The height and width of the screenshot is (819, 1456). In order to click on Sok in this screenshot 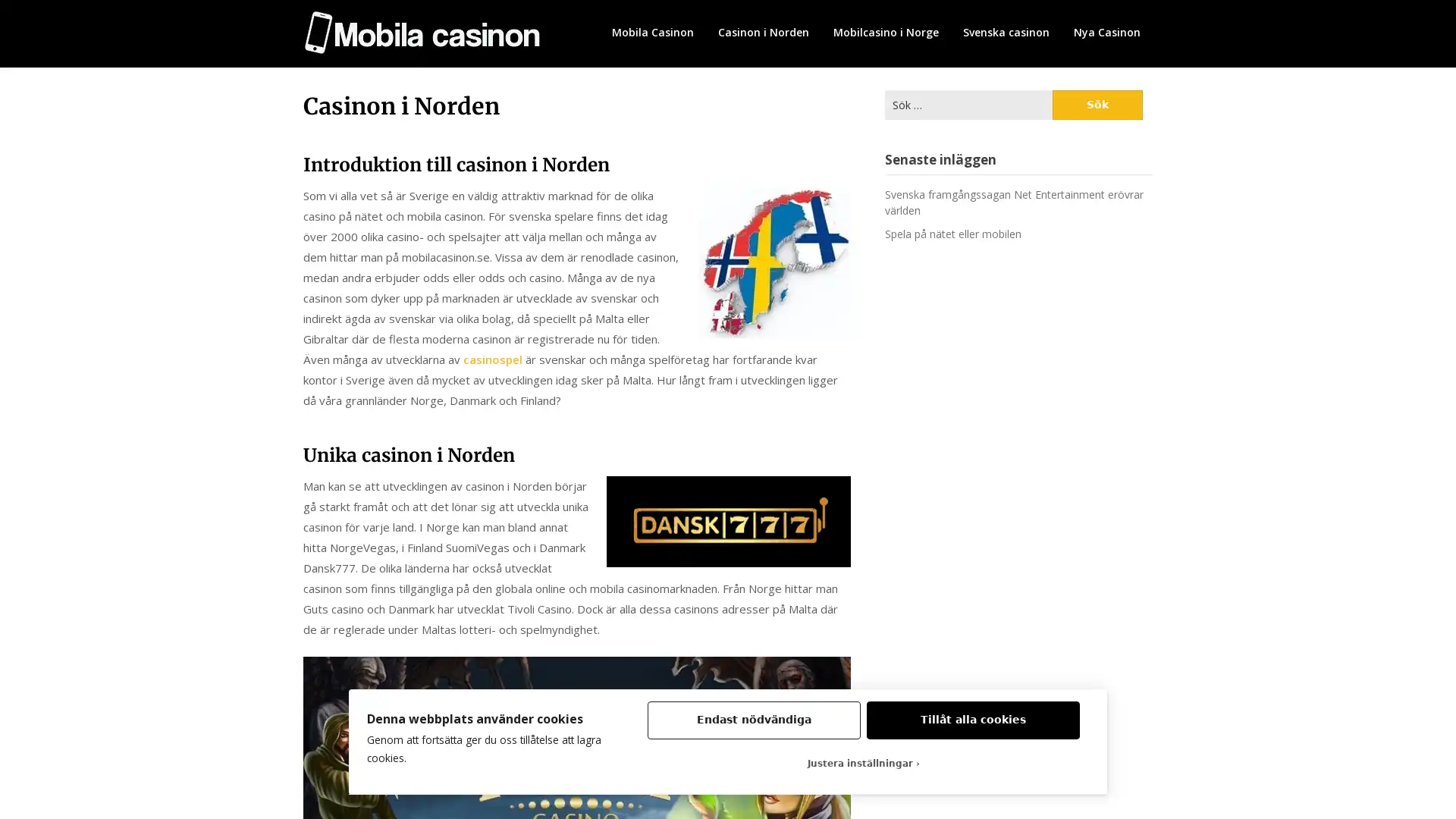, I will do `click(1097, 104)`.